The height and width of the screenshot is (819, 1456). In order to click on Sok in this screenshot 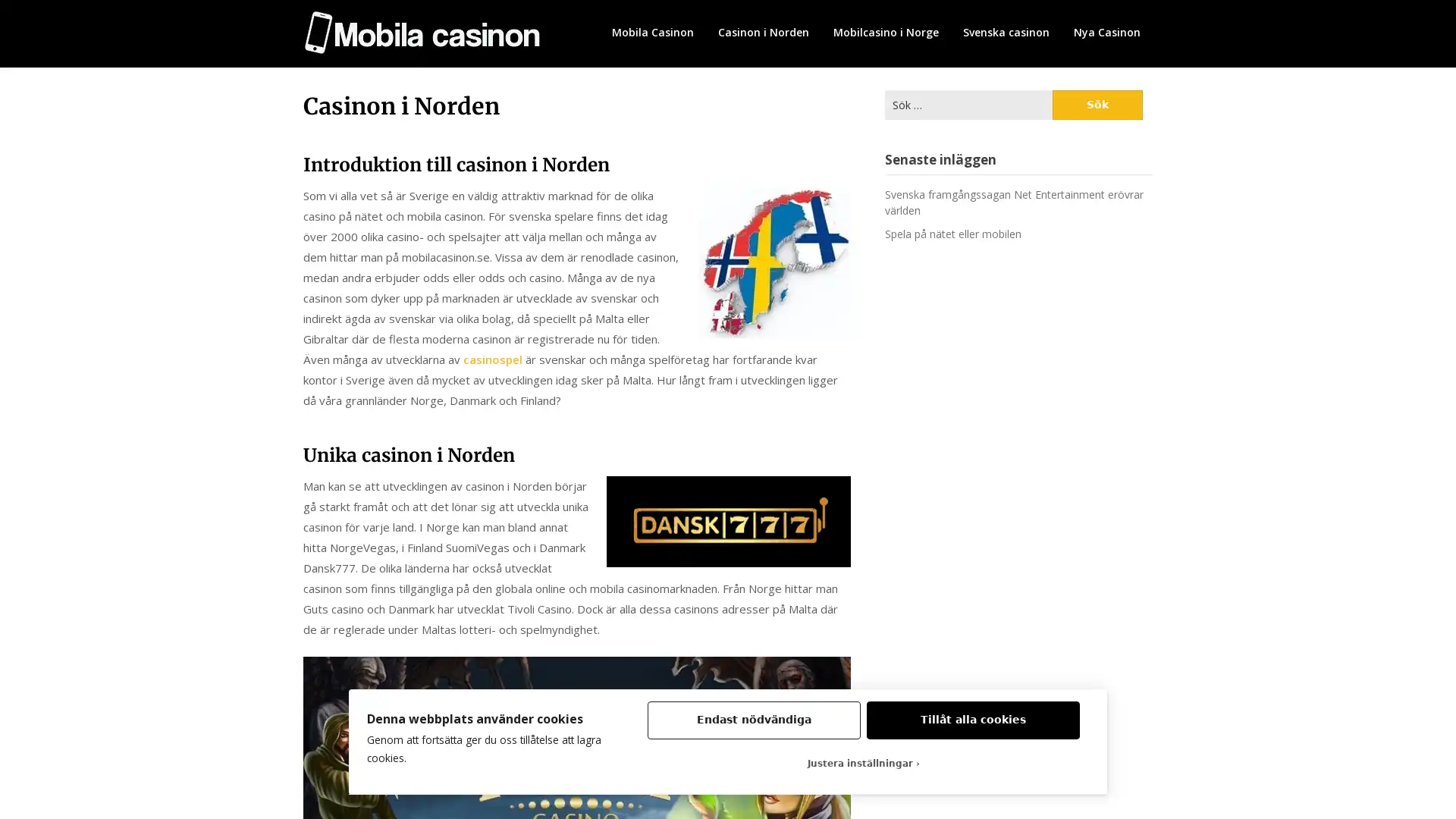, I will do `click(1097, 104)`.